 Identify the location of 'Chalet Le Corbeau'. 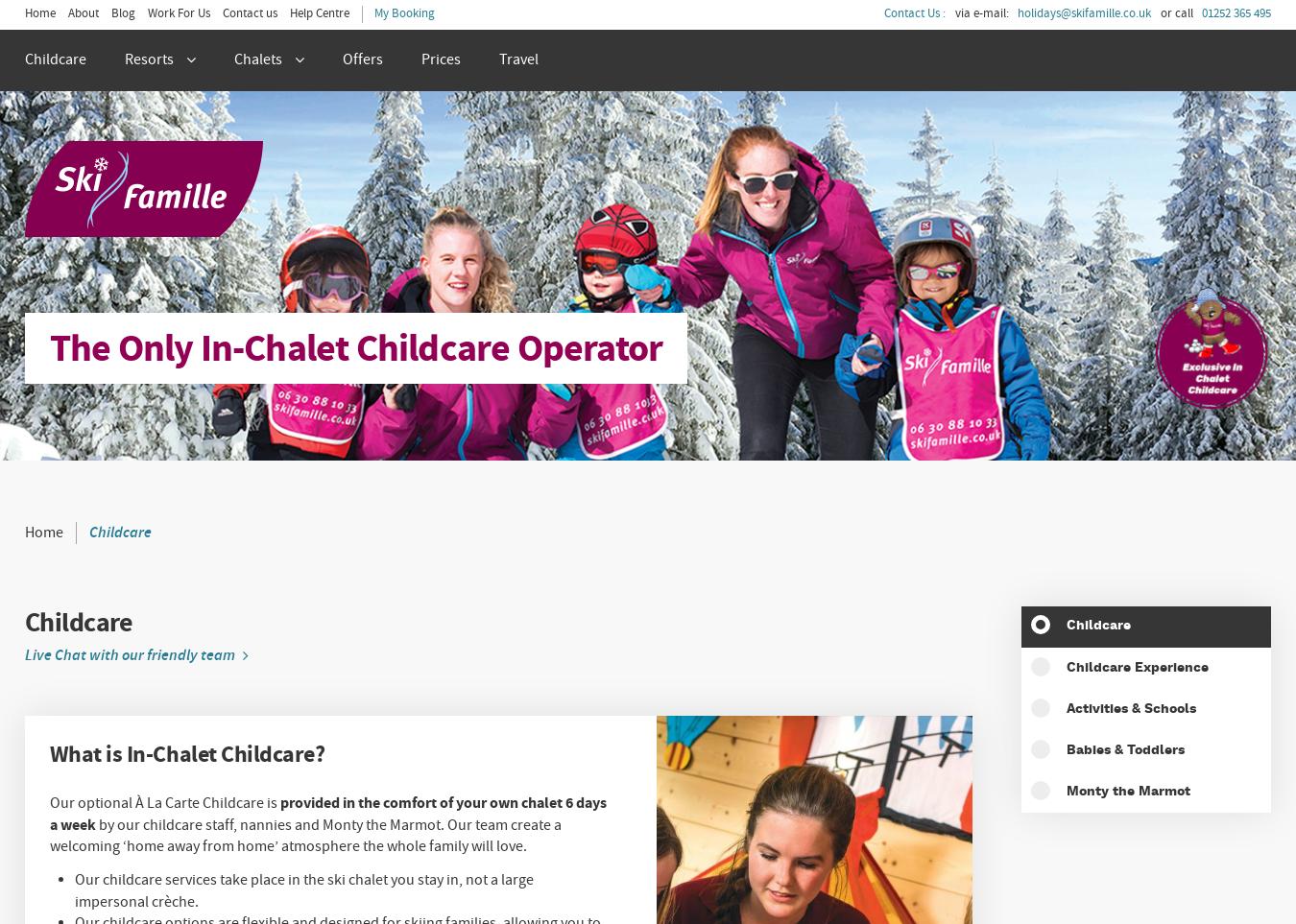
(88, 237).